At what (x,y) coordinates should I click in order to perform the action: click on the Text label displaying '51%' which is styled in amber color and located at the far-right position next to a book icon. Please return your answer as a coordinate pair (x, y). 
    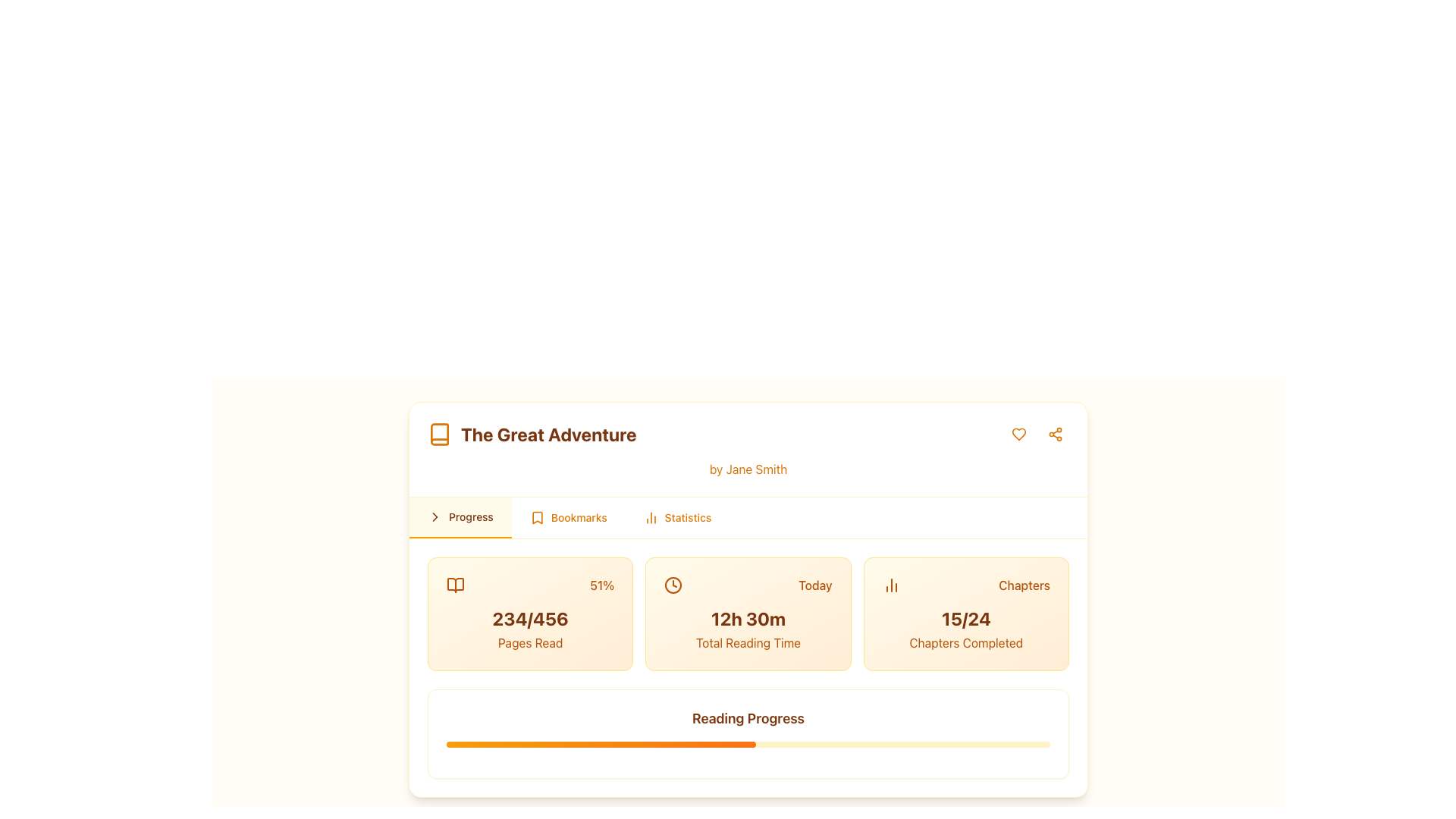
    Looking at the image, I should click on (601, 584).